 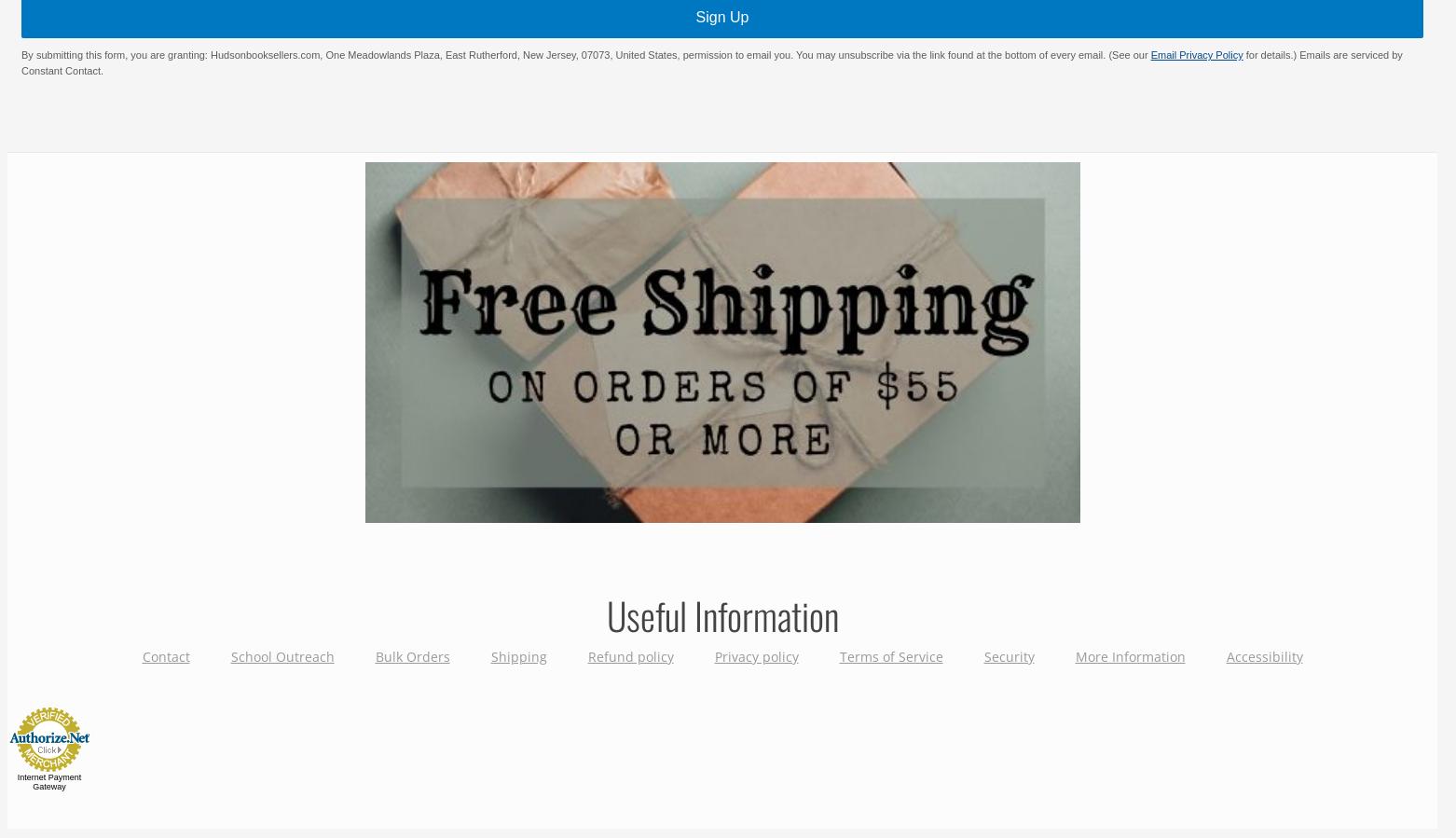 What do you see at coordinates (1263, 654) in the screenshot?
I see `'Accessibility'` at bounding box center [1263, 654].